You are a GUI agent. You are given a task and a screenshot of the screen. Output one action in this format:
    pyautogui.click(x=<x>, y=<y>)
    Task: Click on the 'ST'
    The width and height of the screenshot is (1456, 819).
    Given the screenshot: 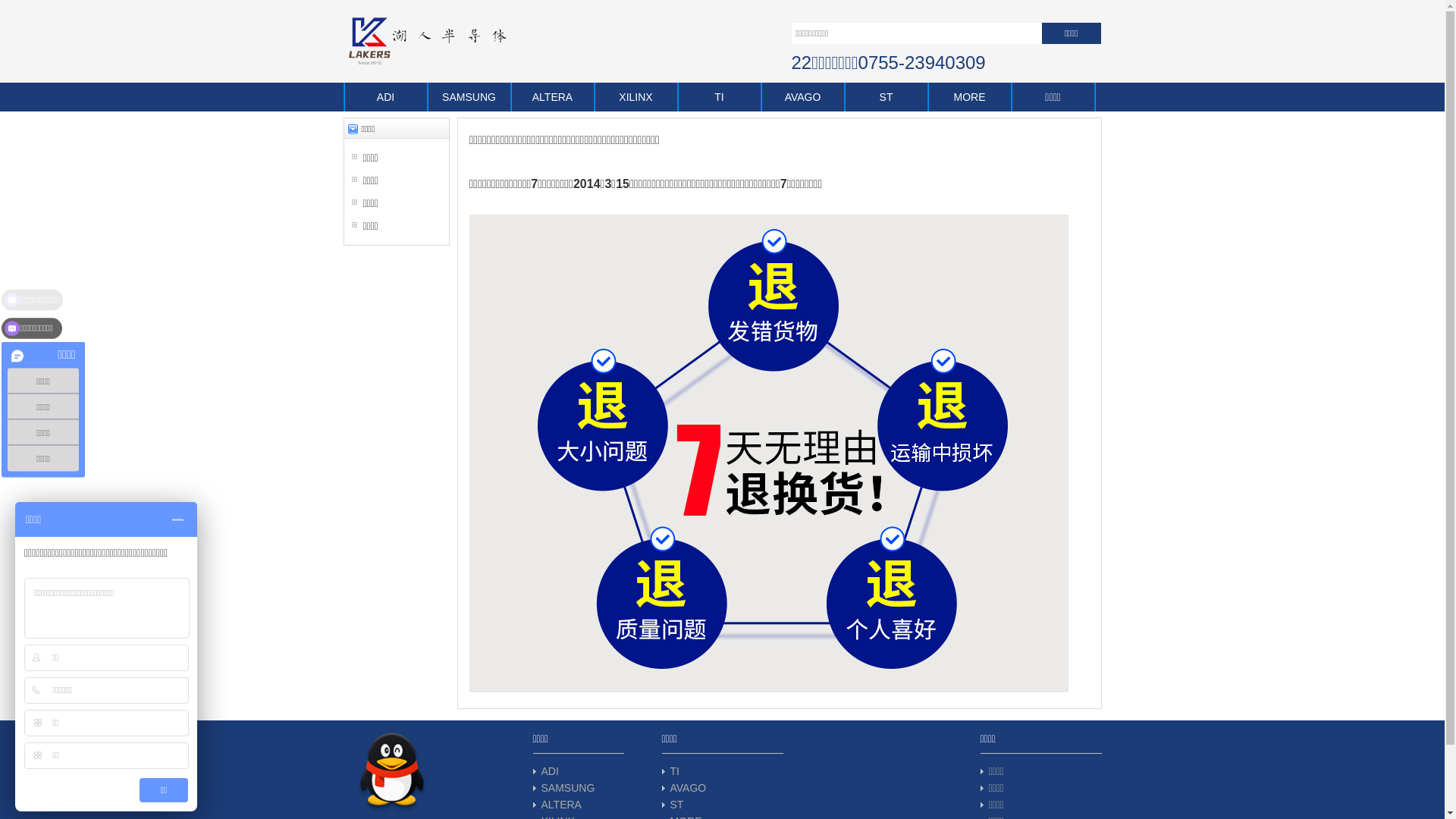 What is the action you would take?
    pyautogui.click(x=676, y=803)
    